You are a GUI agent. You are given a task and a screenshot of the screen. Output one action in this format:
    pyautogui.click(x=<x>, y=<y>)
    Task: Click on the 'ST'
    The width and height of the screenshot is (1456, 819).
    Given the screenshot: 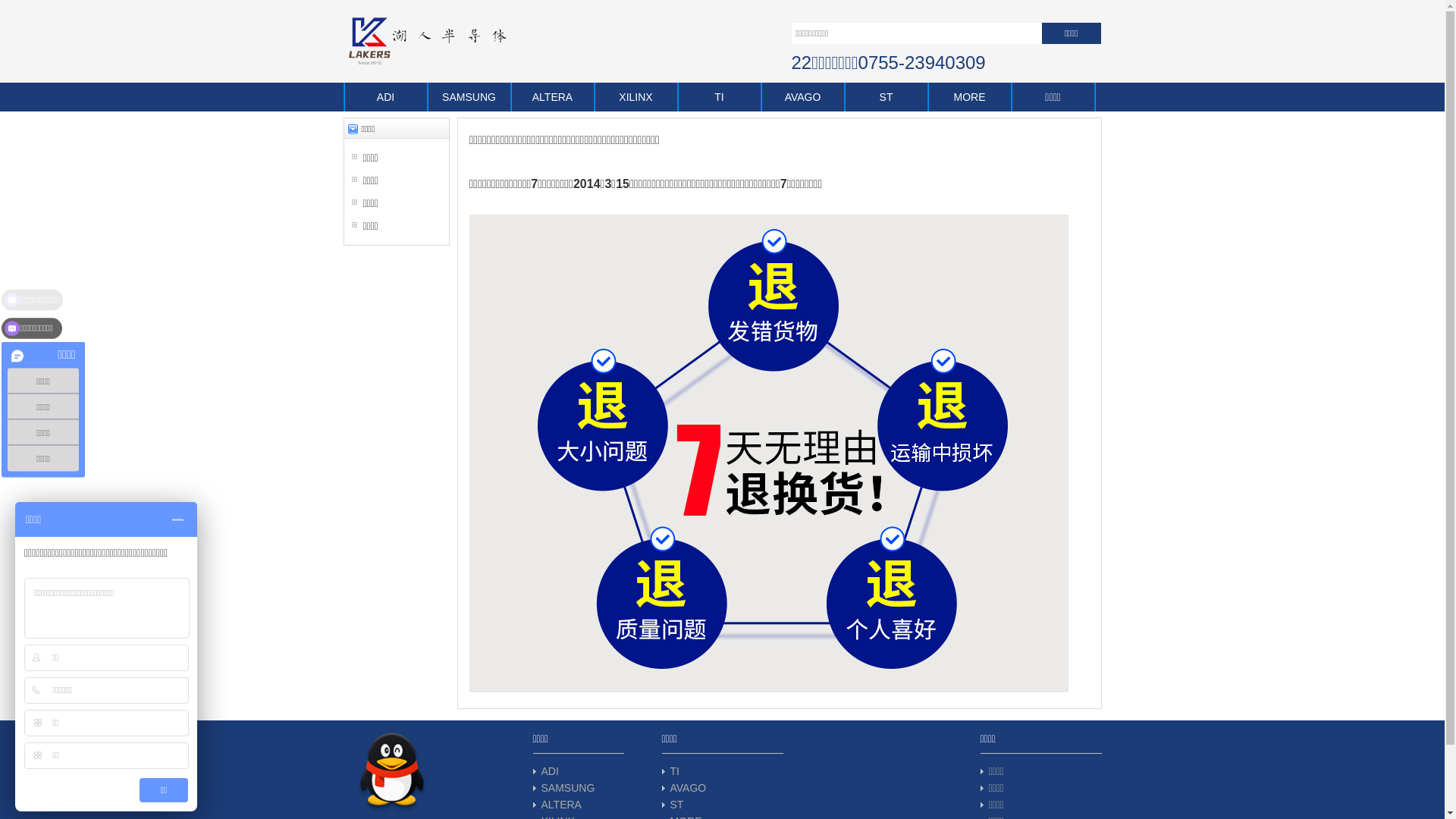 What is the action you would take?
    pyautogui.click(x=676, y=803)
    